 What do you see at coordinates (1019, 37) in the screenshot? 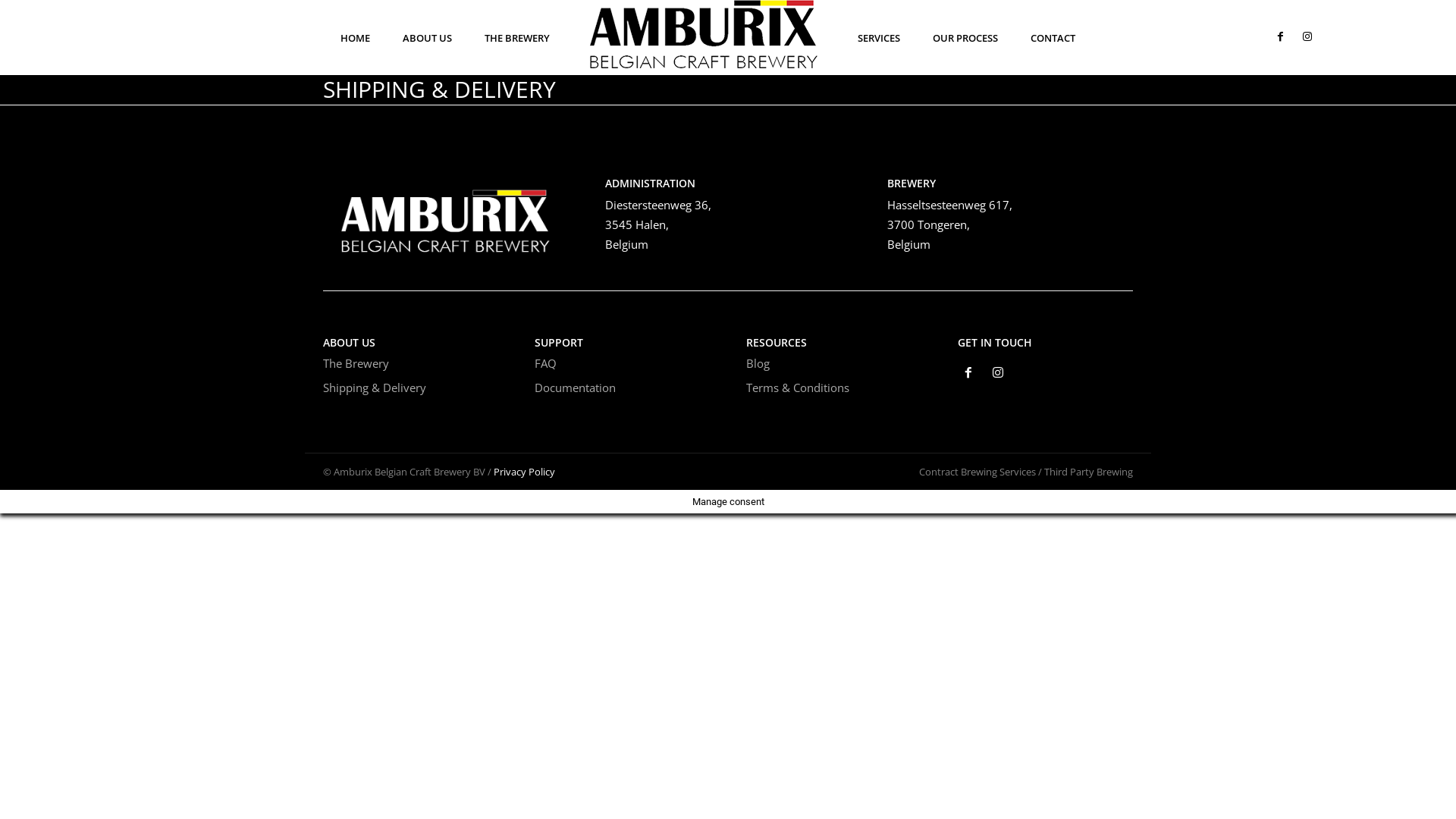
I see `'CONTACT'` at bounding box center [1019, 37].